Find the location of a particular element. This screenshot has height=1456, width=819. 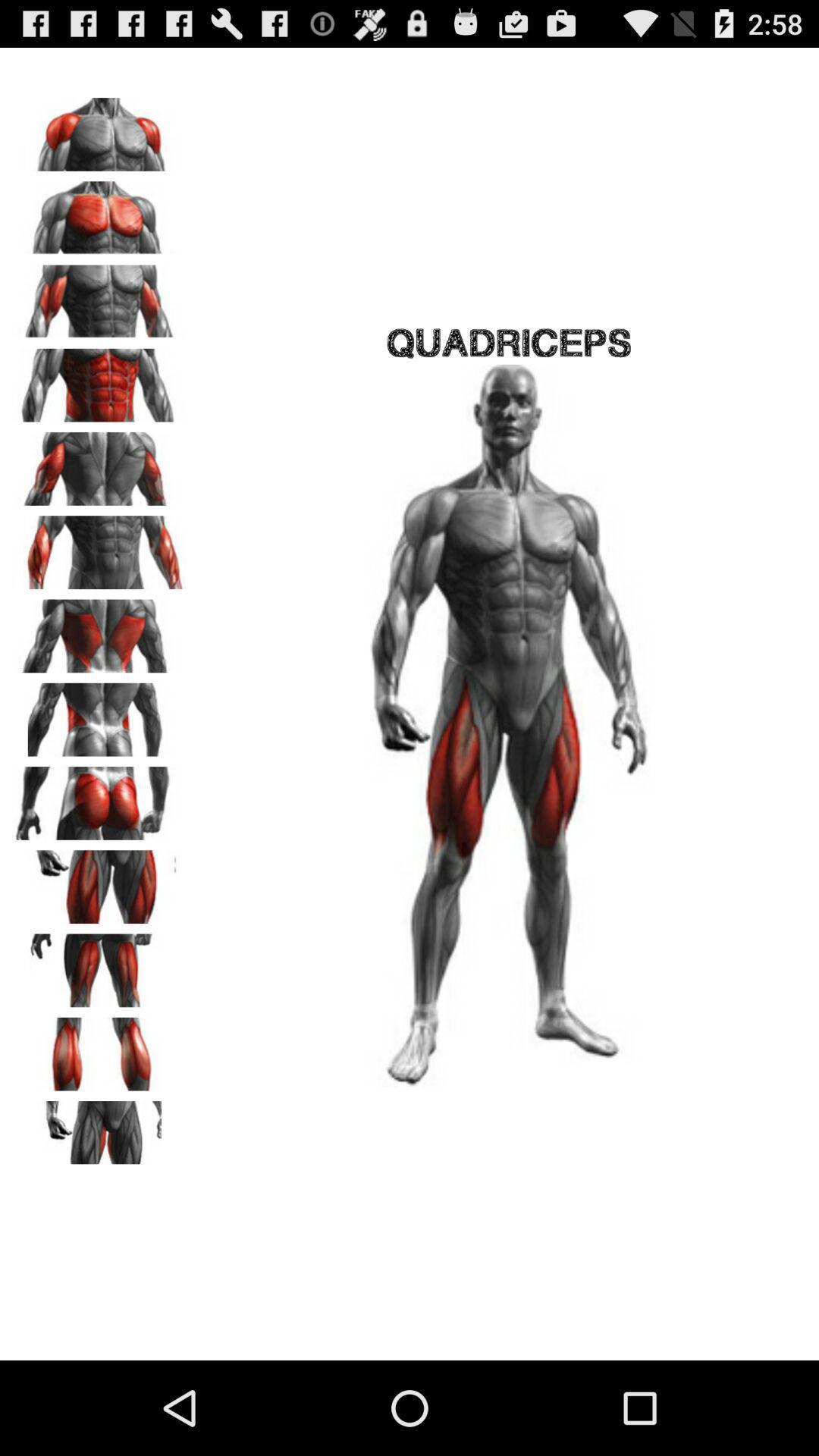

selecting one part of legs is located at coordinates (99, 1132).